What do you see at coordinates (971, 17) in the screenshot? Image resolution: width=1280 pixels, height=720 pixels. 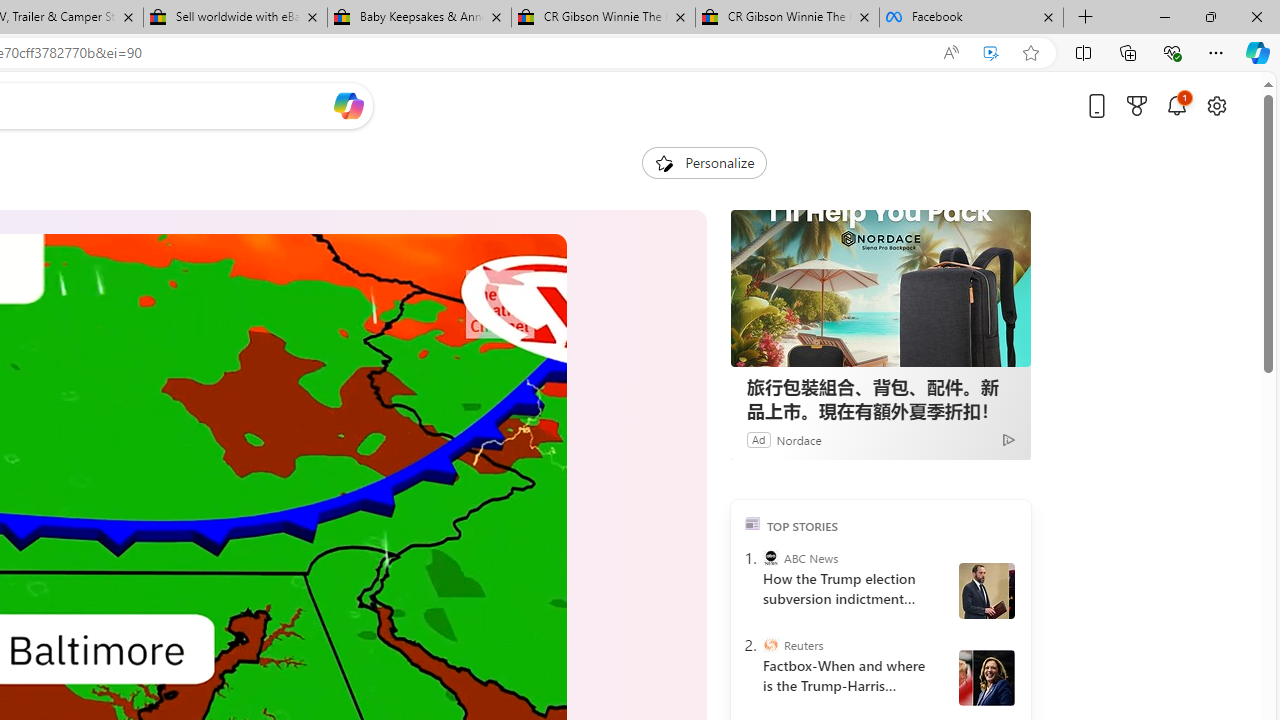 I see `'Facebook'` at bounding box center [971, 17].